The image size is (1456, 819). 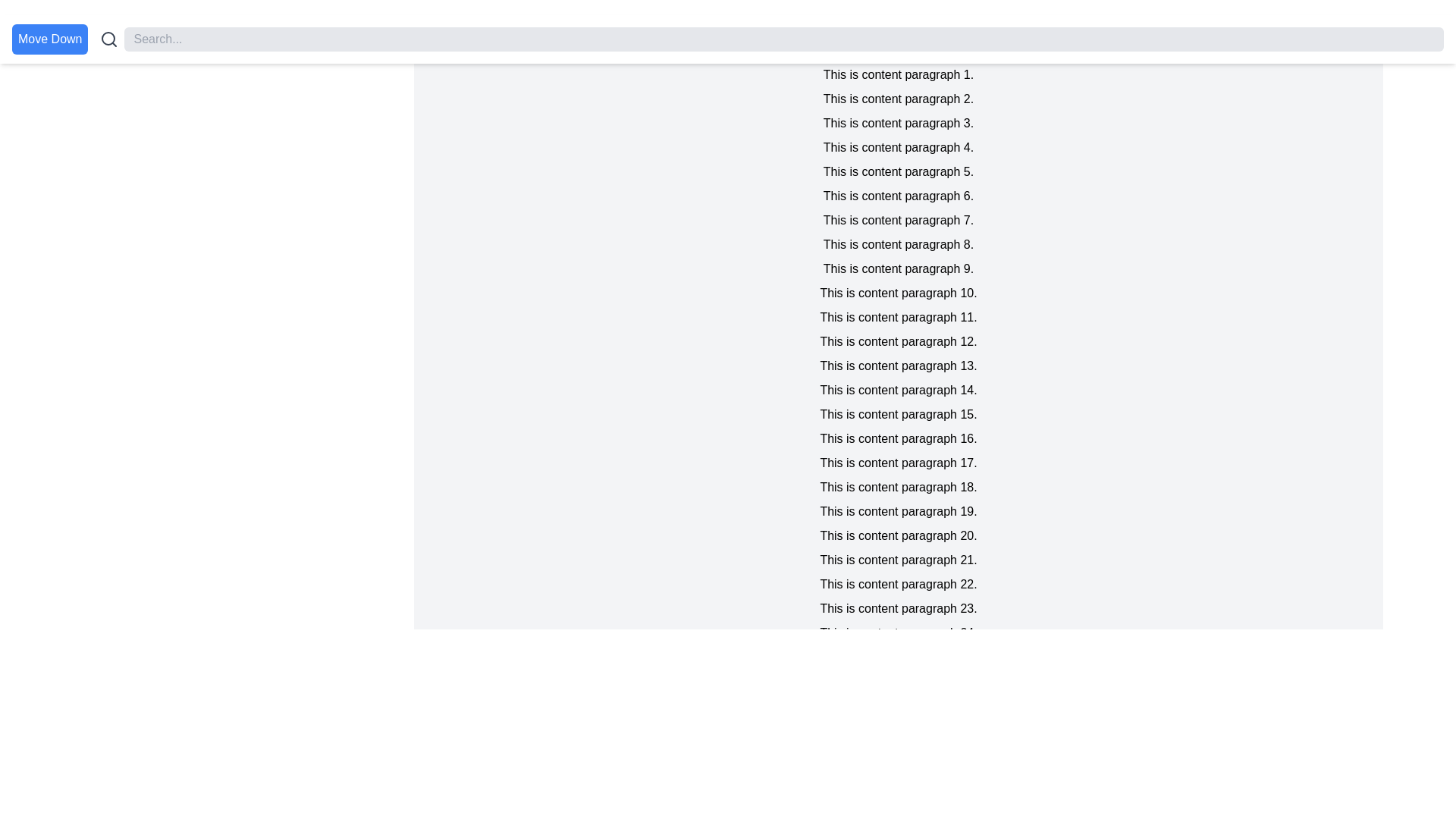 What do you see at coordinates (899, 512) in the screenshot?
I see `the static text element that states 'This is content paragraph 19.'` at bounding box center [899, 512].